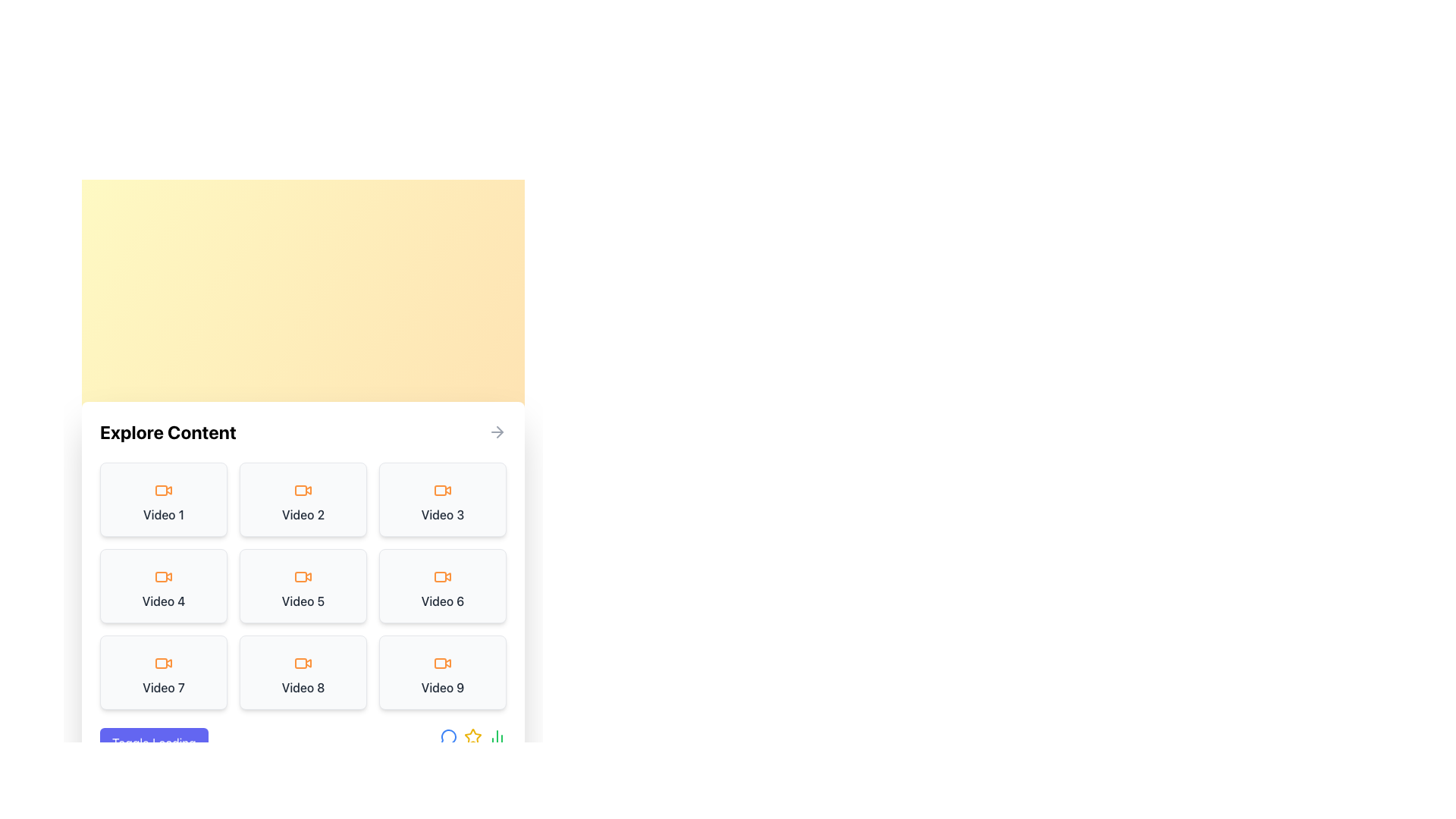 The height and width of the screenshot is (819, 1456). Describe the element at coordinates (303, 742) in the screenshot. I see `the loading toggle button located in the 'Explore Content' section at the bottom left` at that location.